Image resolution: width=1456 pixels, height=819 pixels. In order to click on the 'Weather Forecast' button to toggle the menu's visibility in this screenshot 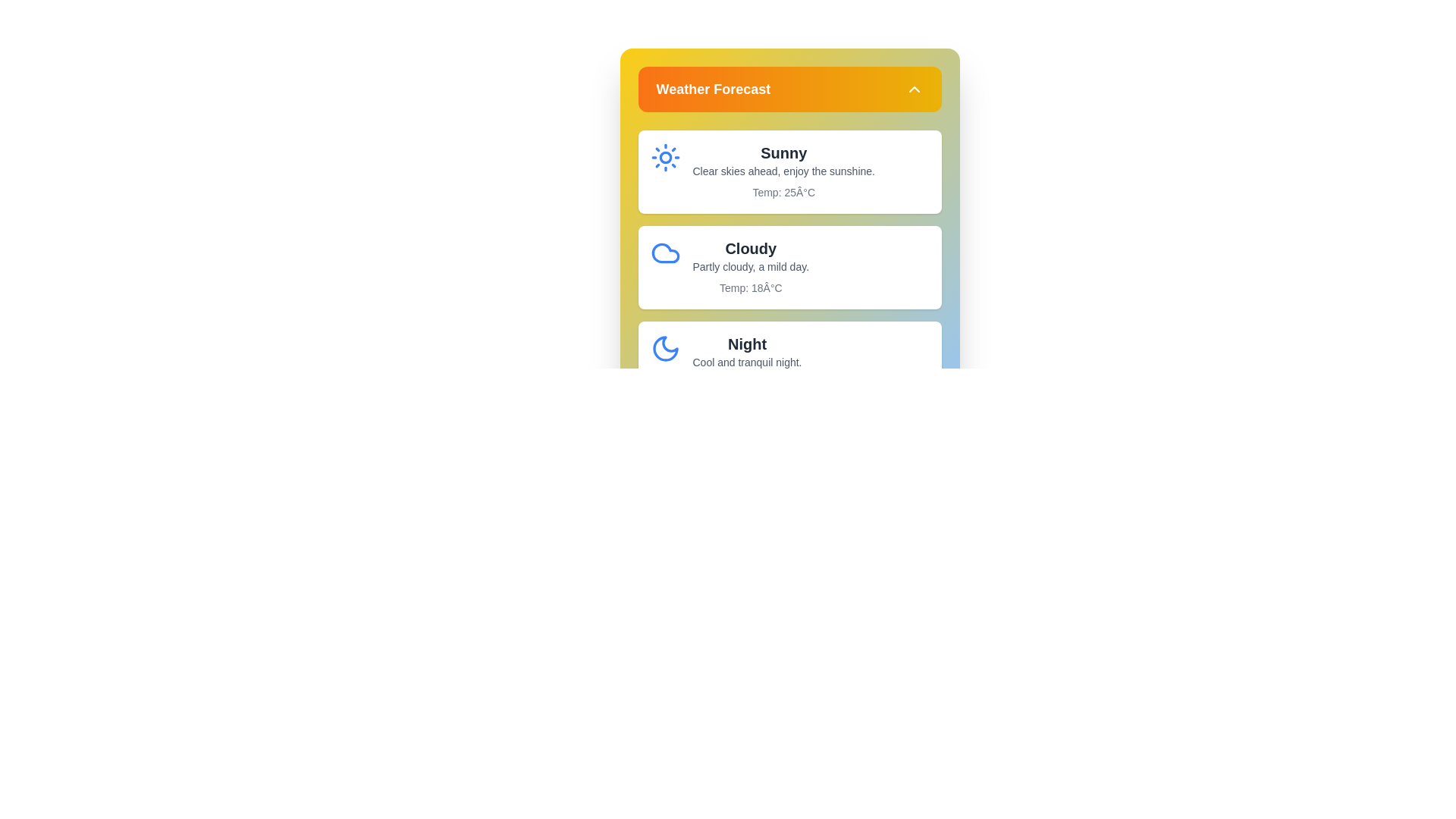, I will do `click(789, 89)`.